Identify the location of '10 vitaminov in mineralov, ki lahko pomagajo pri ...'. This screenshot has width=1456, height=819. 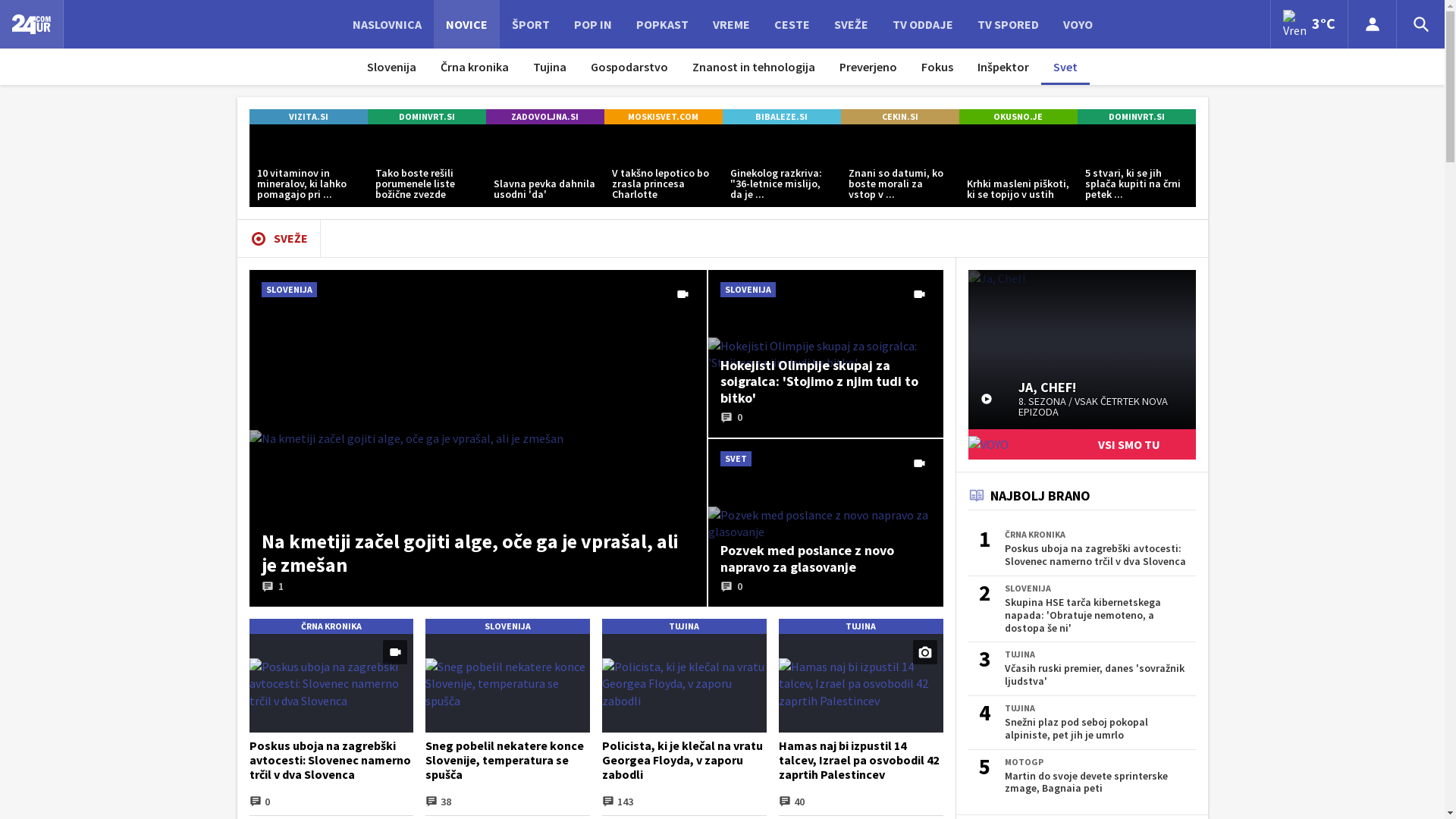
(248, 165).